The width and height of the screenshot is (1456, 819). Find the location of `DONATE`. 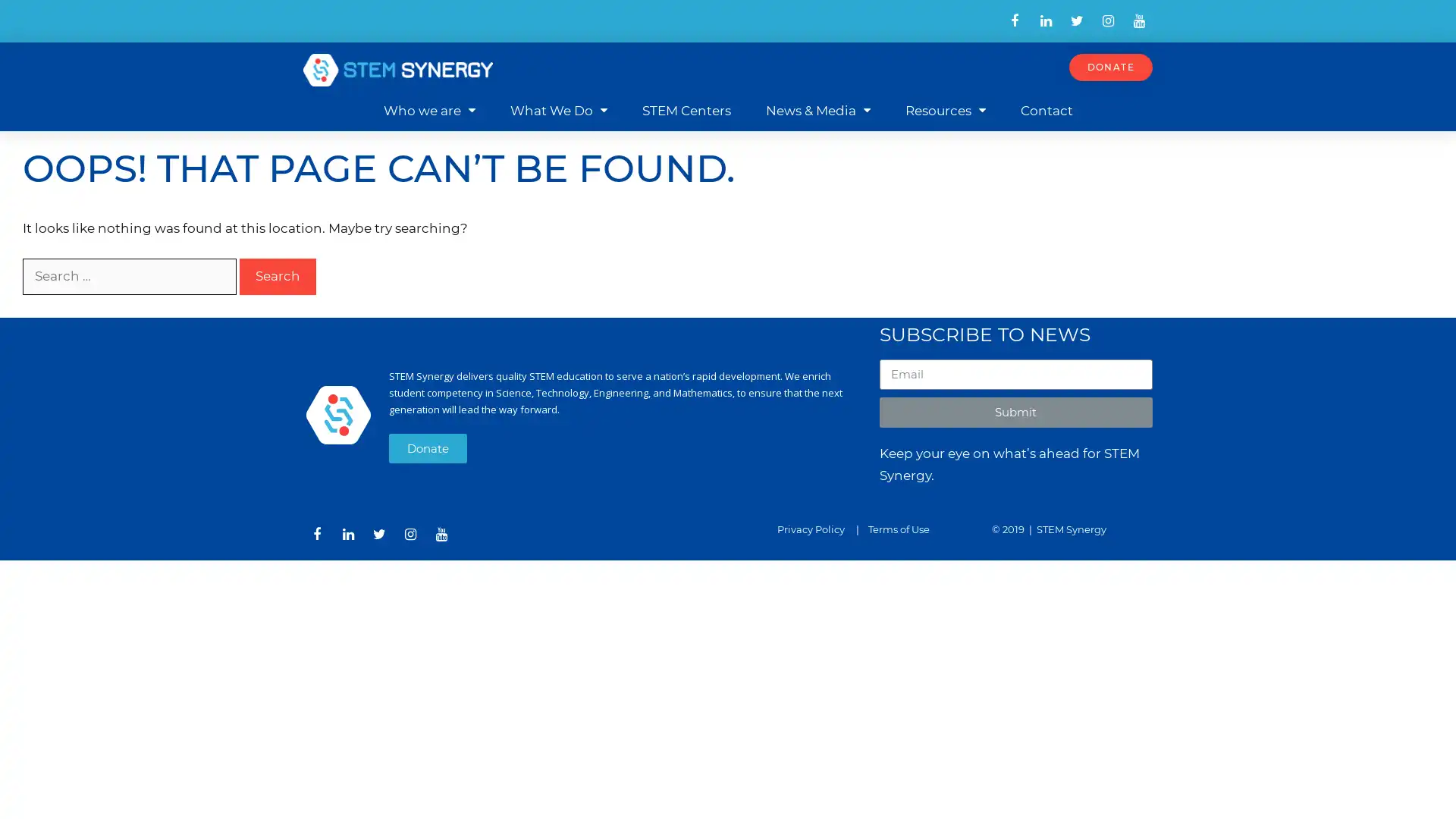

DONATE is located at coordinates (1110, 66).